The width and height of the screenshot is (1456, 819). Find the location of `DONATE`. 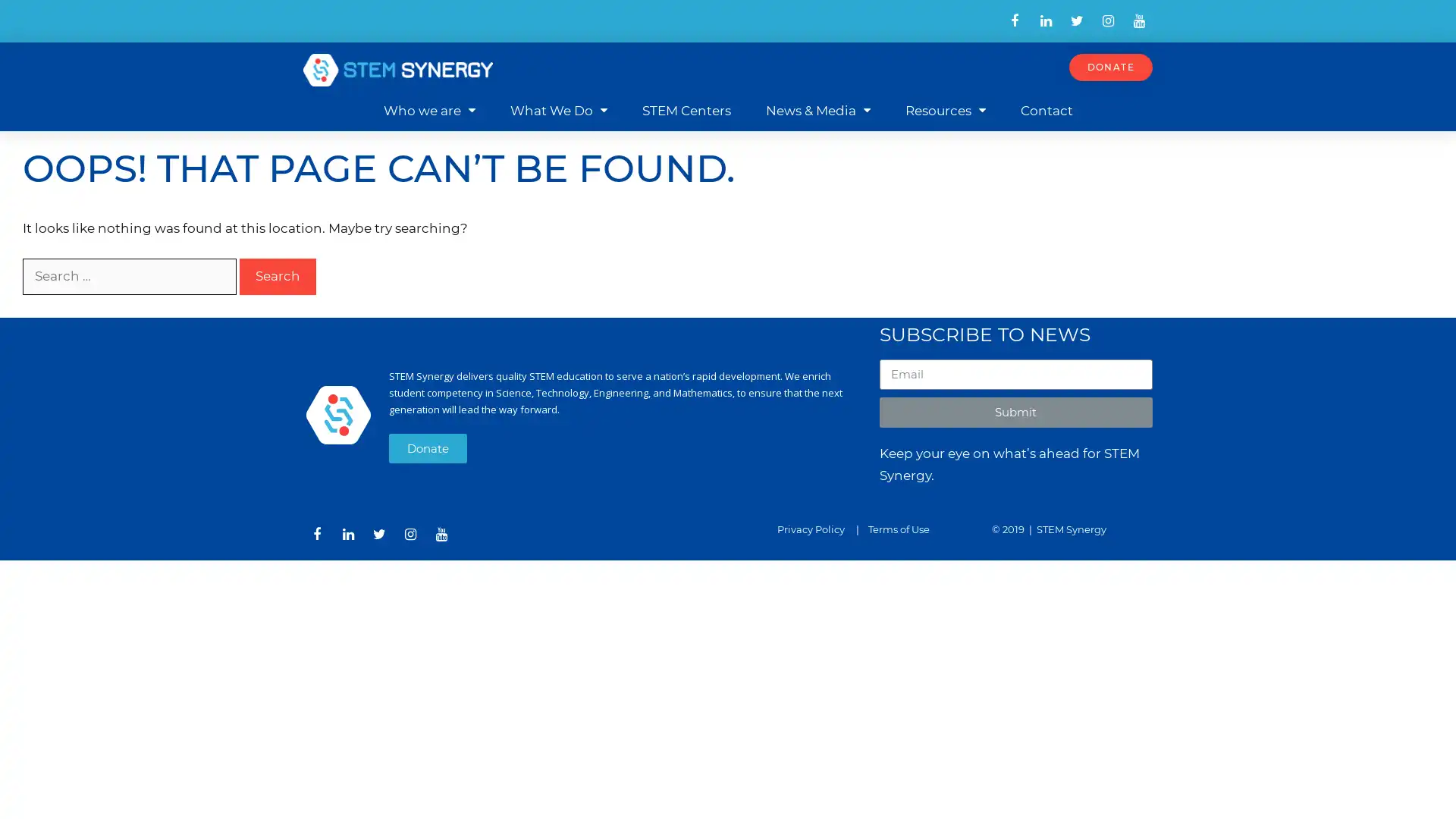

DONATE is located at coordinates (1110, 66).